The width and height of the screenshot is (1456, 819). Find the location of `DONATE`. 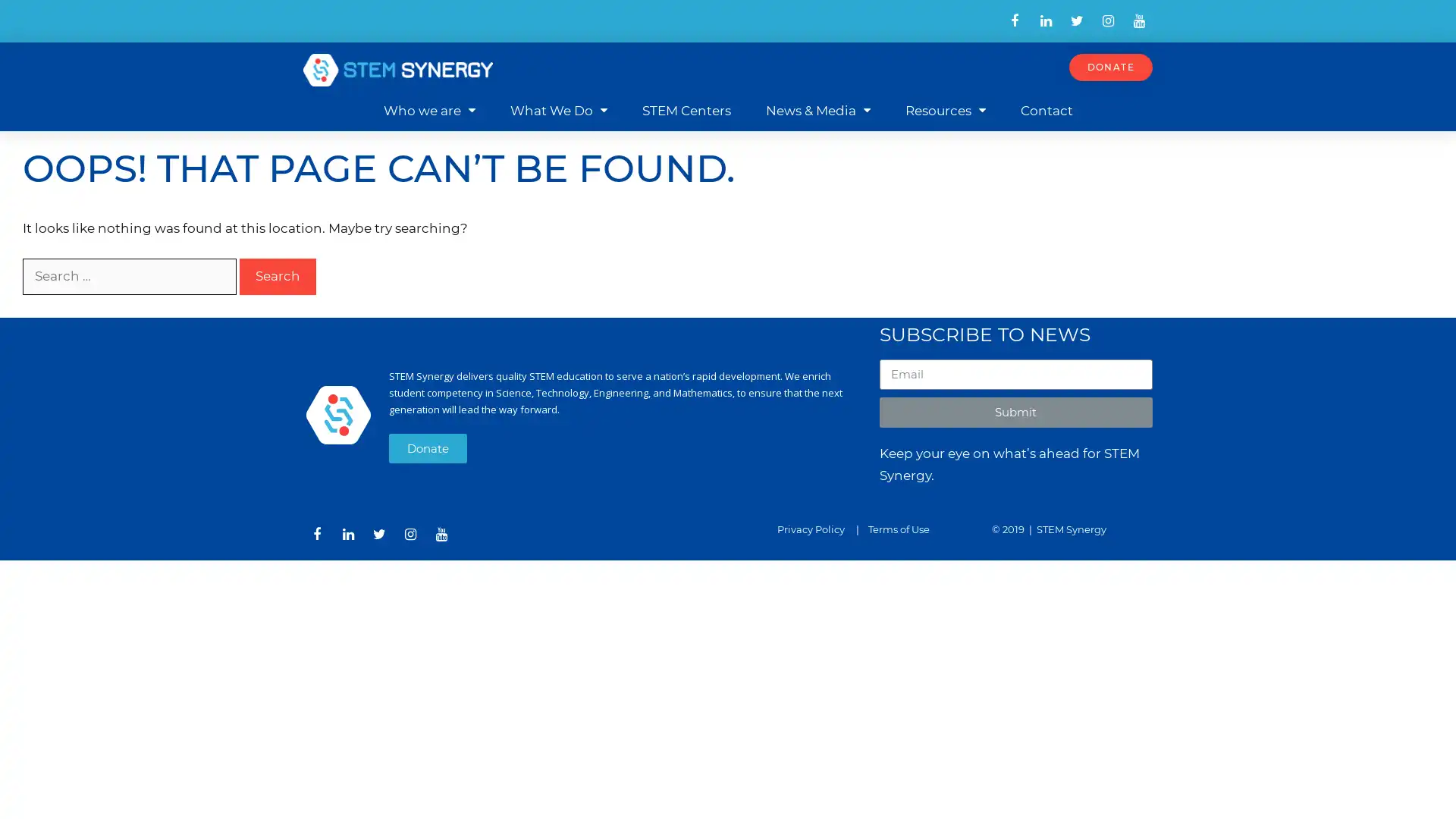

DONATE is located at coordinates (1110, 66).